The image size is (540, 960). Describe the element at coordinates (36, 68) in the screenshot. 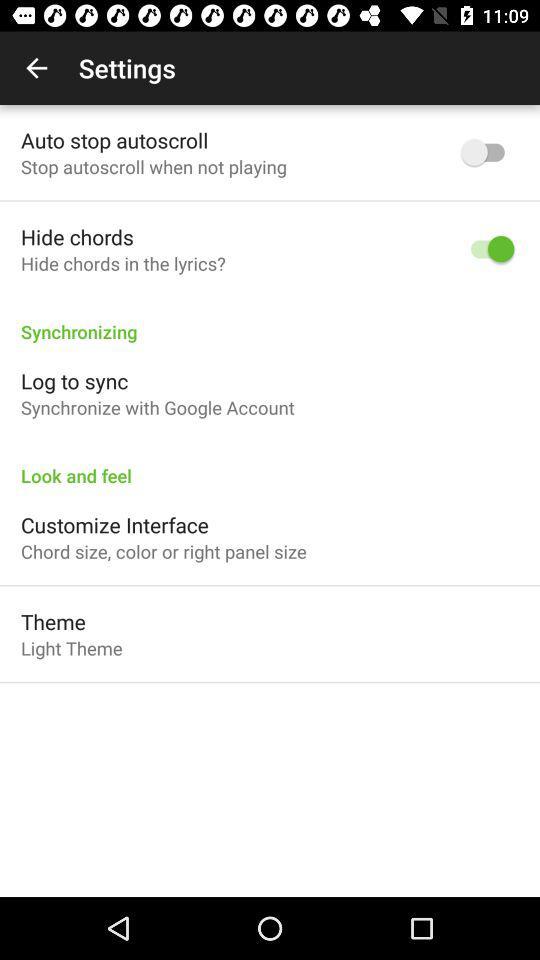

I see `the item above auto stop autoscroll icon` at that location.